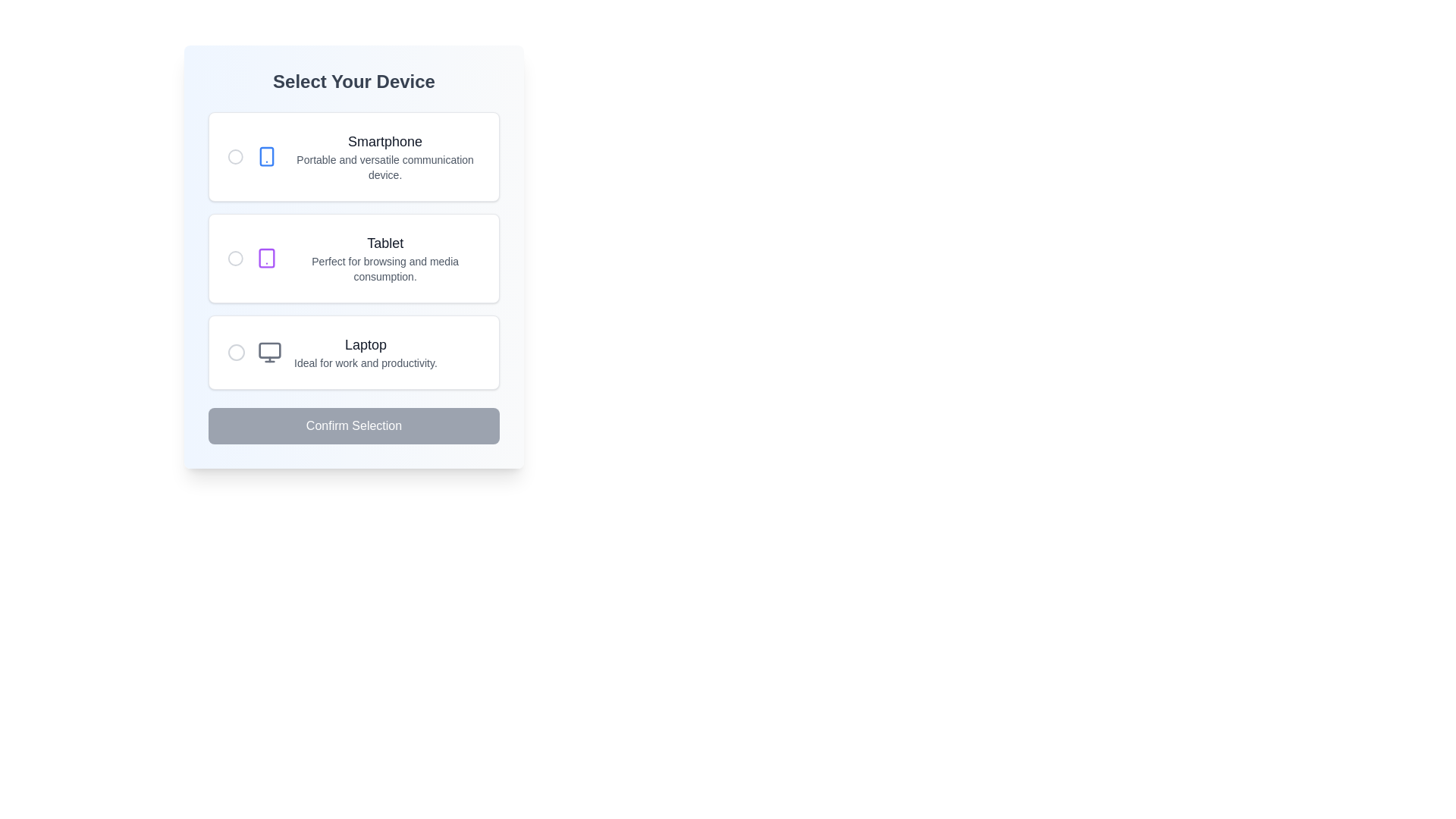 This screenshot has height=819, width=1456. I want to click on the center of the circular radio button for the 'Tablet' option under 'Select Your Device', so click(234, 257).